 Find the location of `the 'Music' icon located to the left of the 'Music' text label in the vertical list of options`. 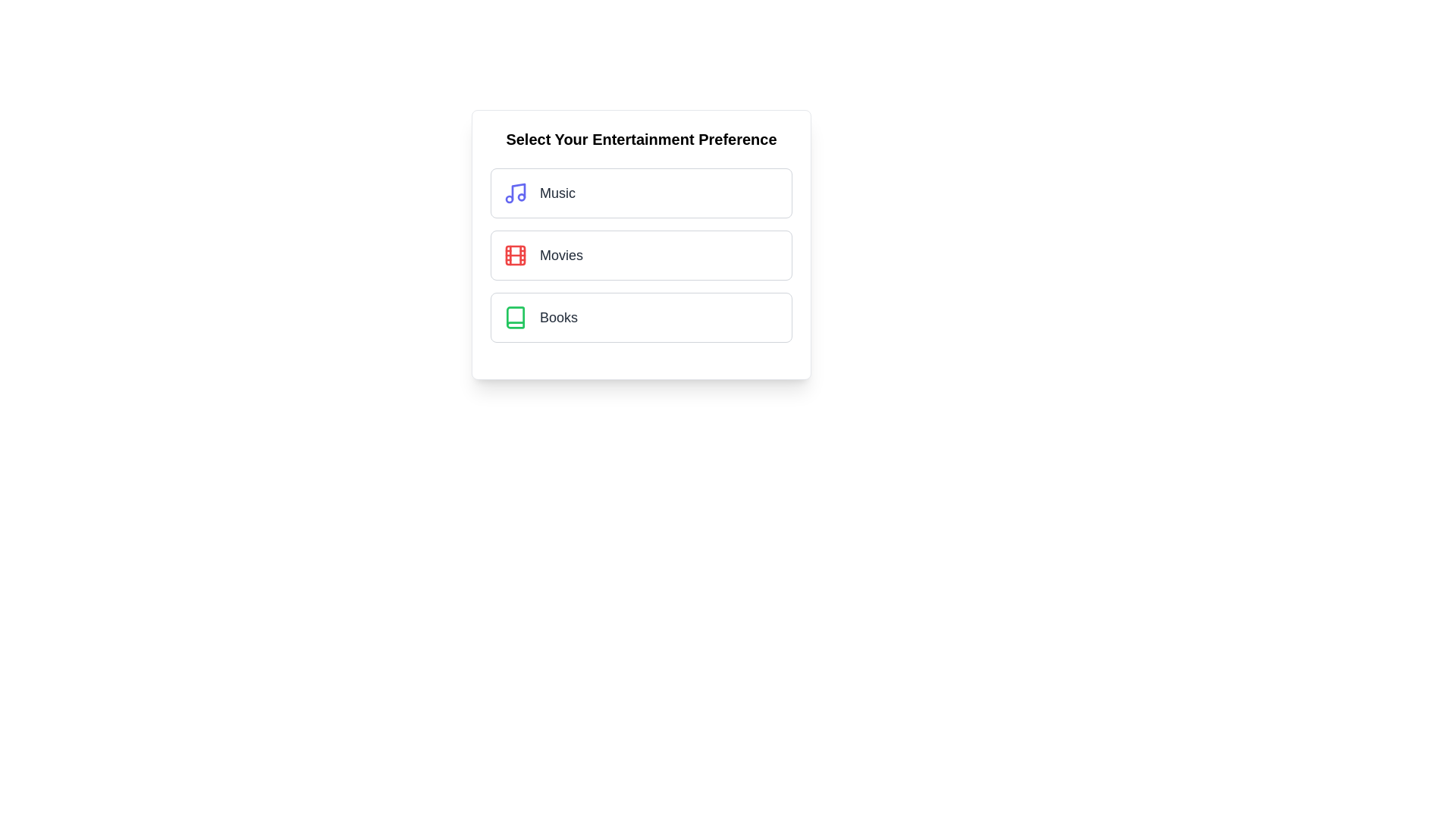

the 'Music' icon located to the left of the 'Music' text label in the vertical list of options is located at coordinates (516, 192).